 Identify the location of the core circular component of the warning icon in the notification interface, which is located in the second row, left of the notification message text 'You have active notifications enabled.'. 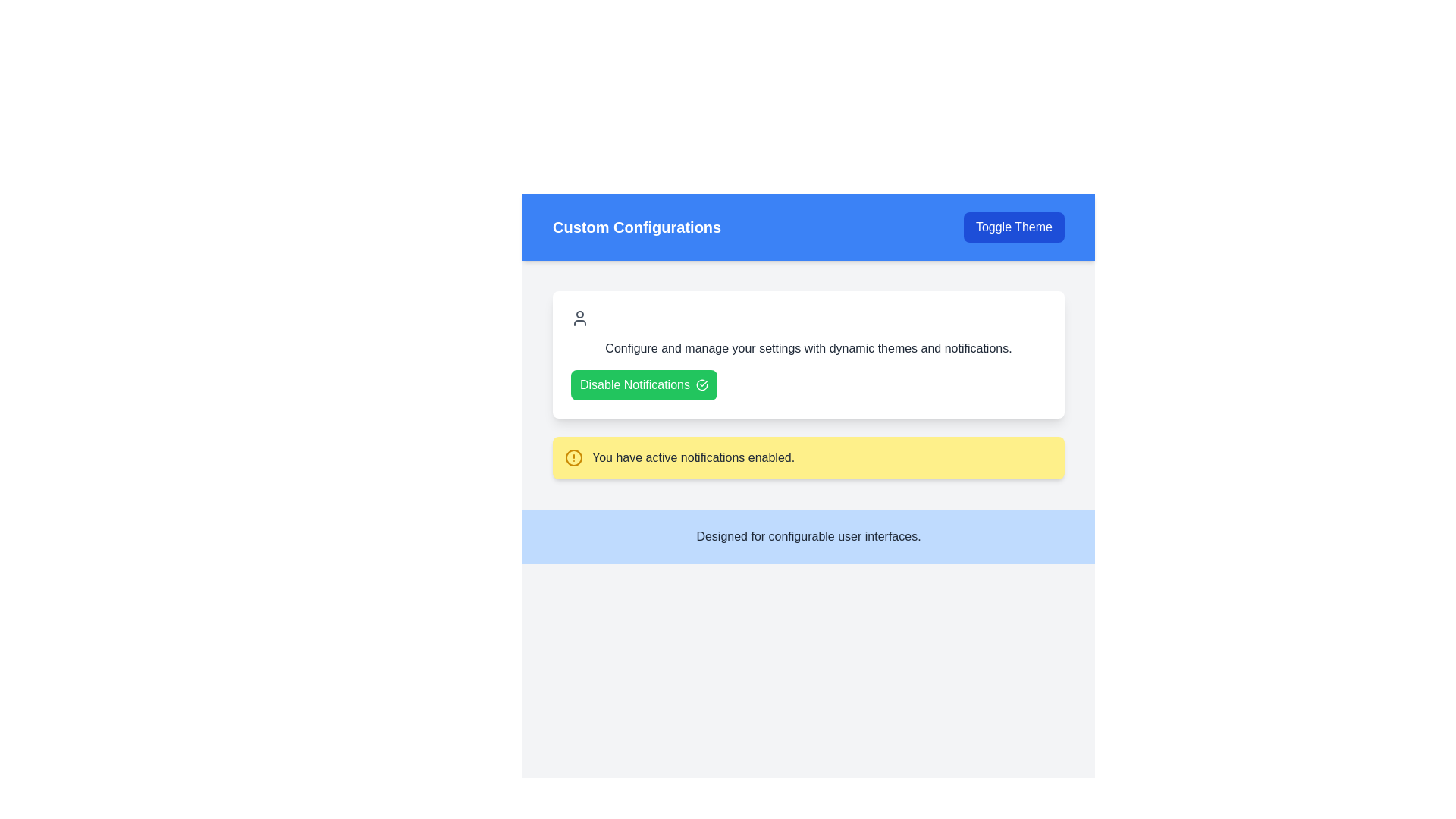
(573, 457).